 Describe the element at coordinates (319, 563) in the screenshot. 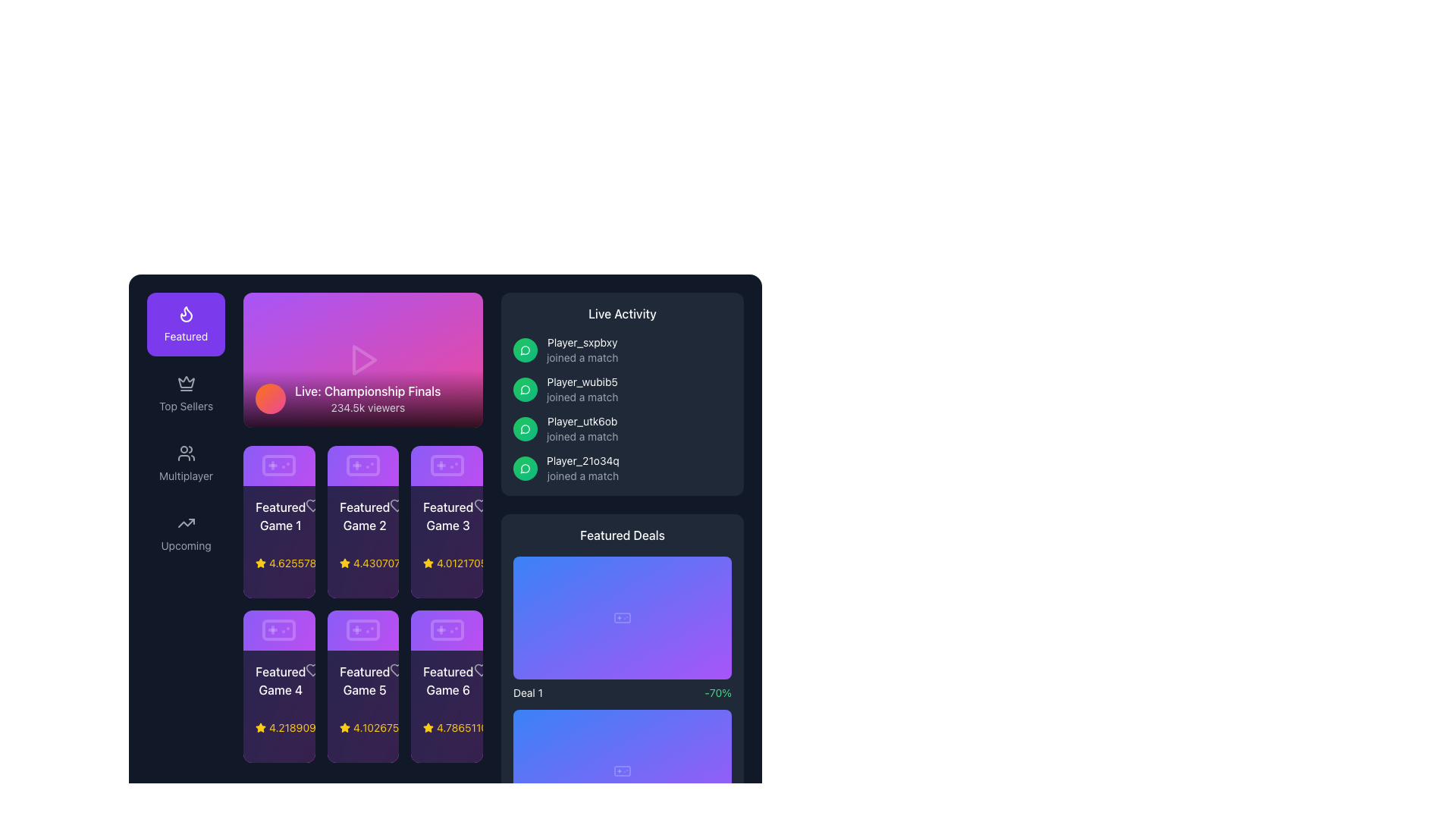

I see `the numeric text displaying the value '4.625578124638841', styled in yellow, located to the right of a star icon in the rating component of the 'Featured Game 1' card` at that location.